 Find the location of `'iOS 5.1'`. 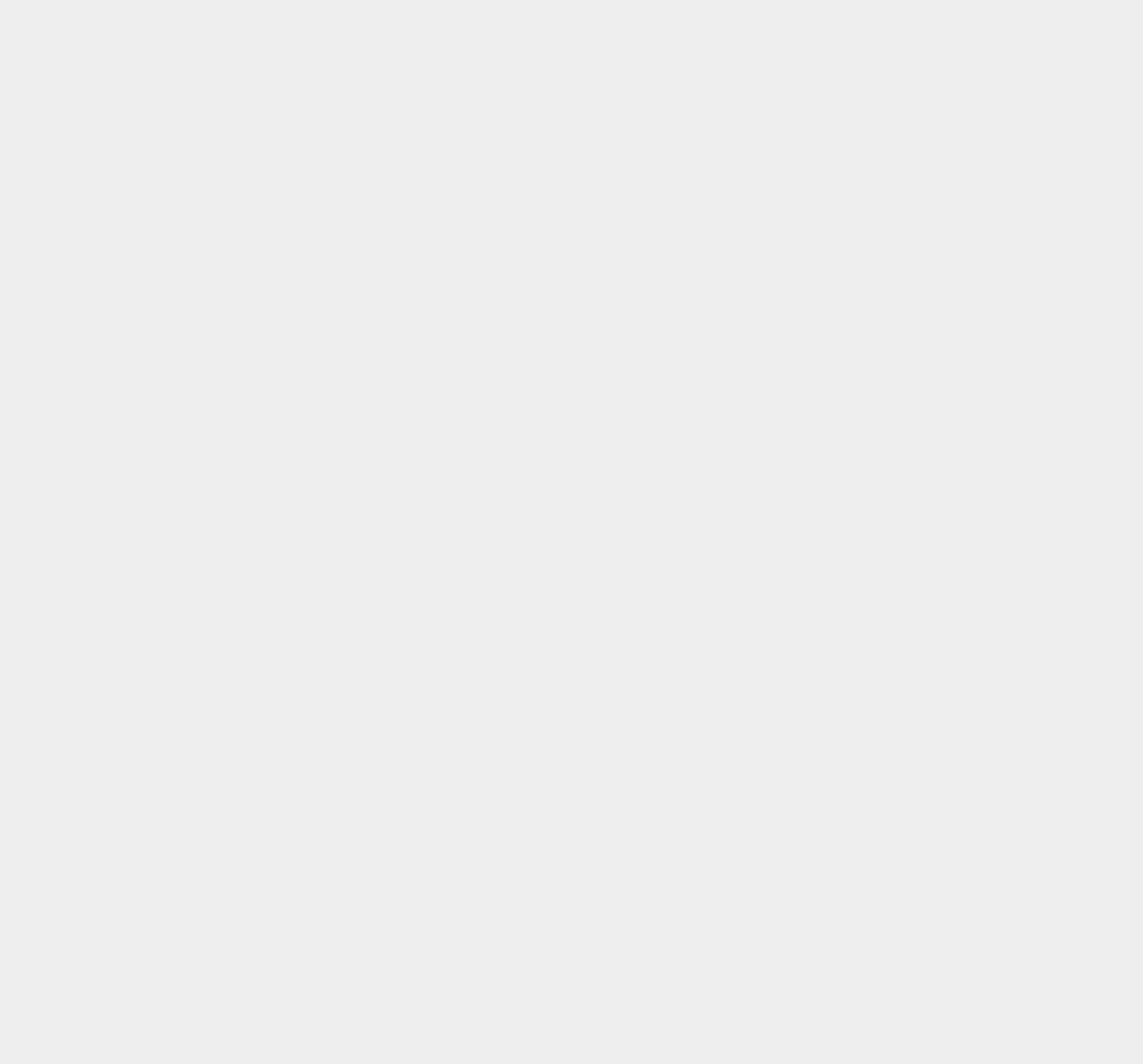

'iOS 5.1' is located at coordinates (829, 876).